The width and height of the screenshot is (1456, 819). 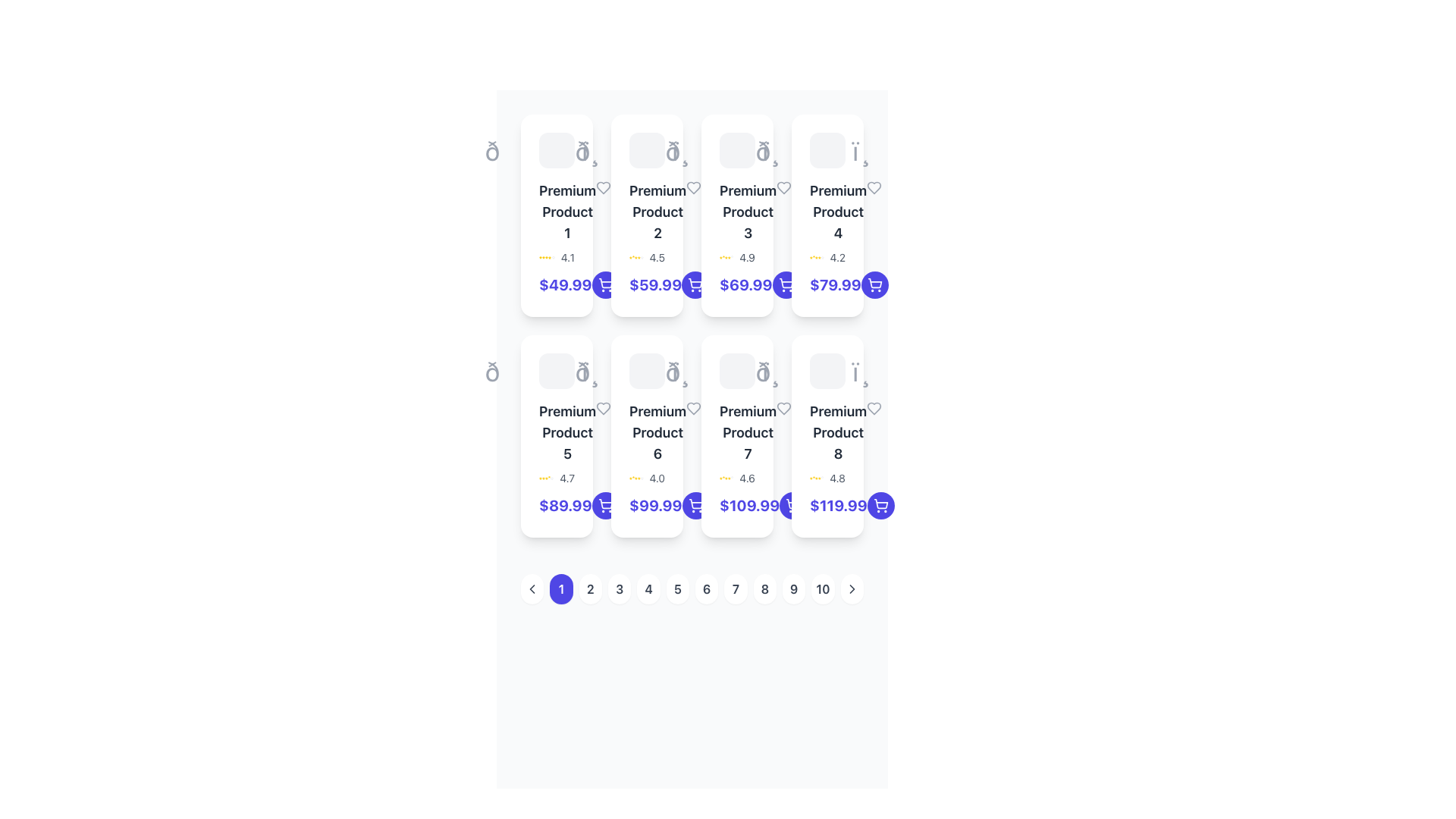 I want to click on the fifth star icon in the 5-star rating system for 'Premium Product 4', so click(x=821, y=256).